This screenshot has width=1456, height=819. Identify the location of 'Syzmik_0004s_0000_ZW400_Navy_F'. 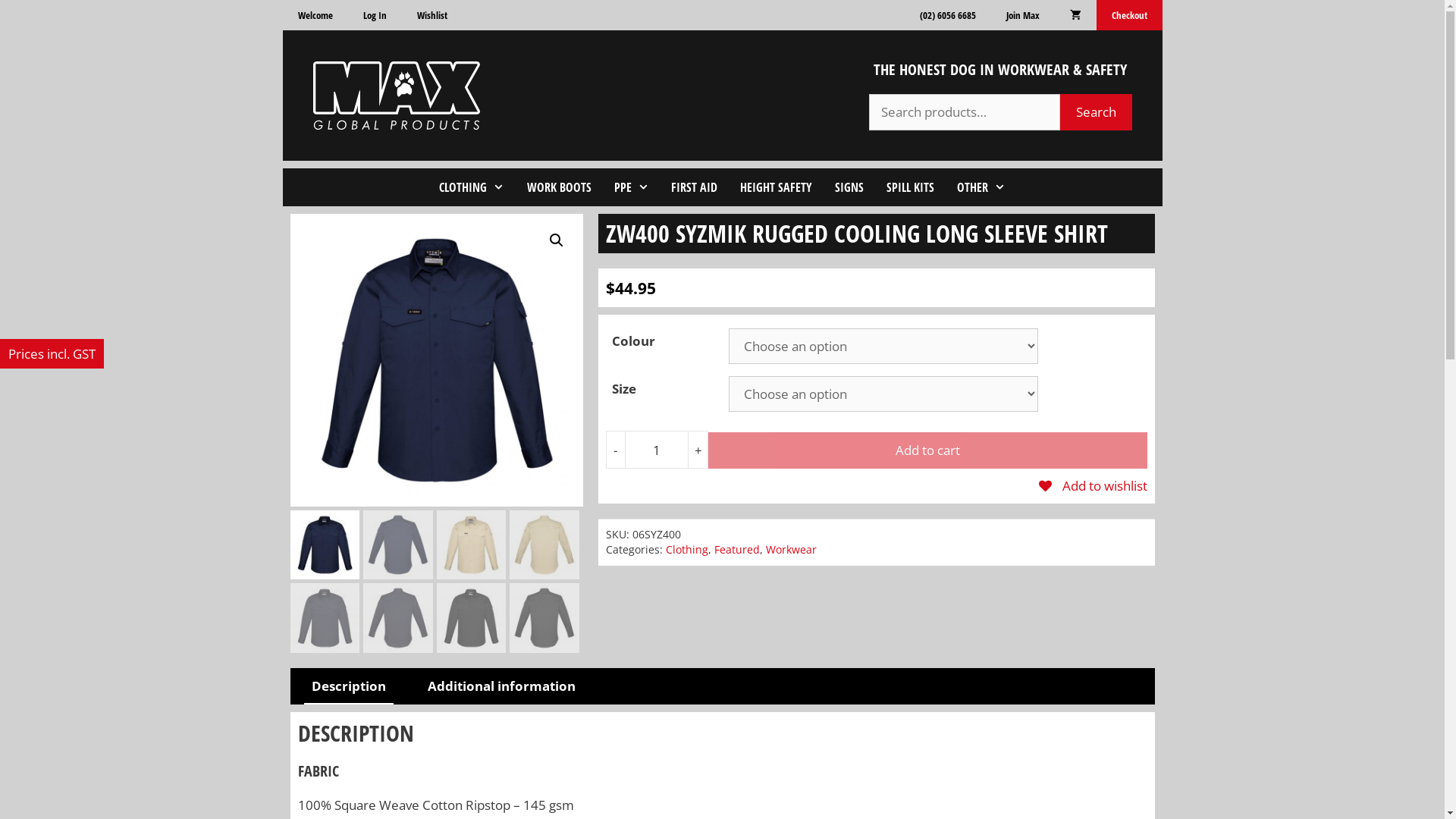
(435, 359).